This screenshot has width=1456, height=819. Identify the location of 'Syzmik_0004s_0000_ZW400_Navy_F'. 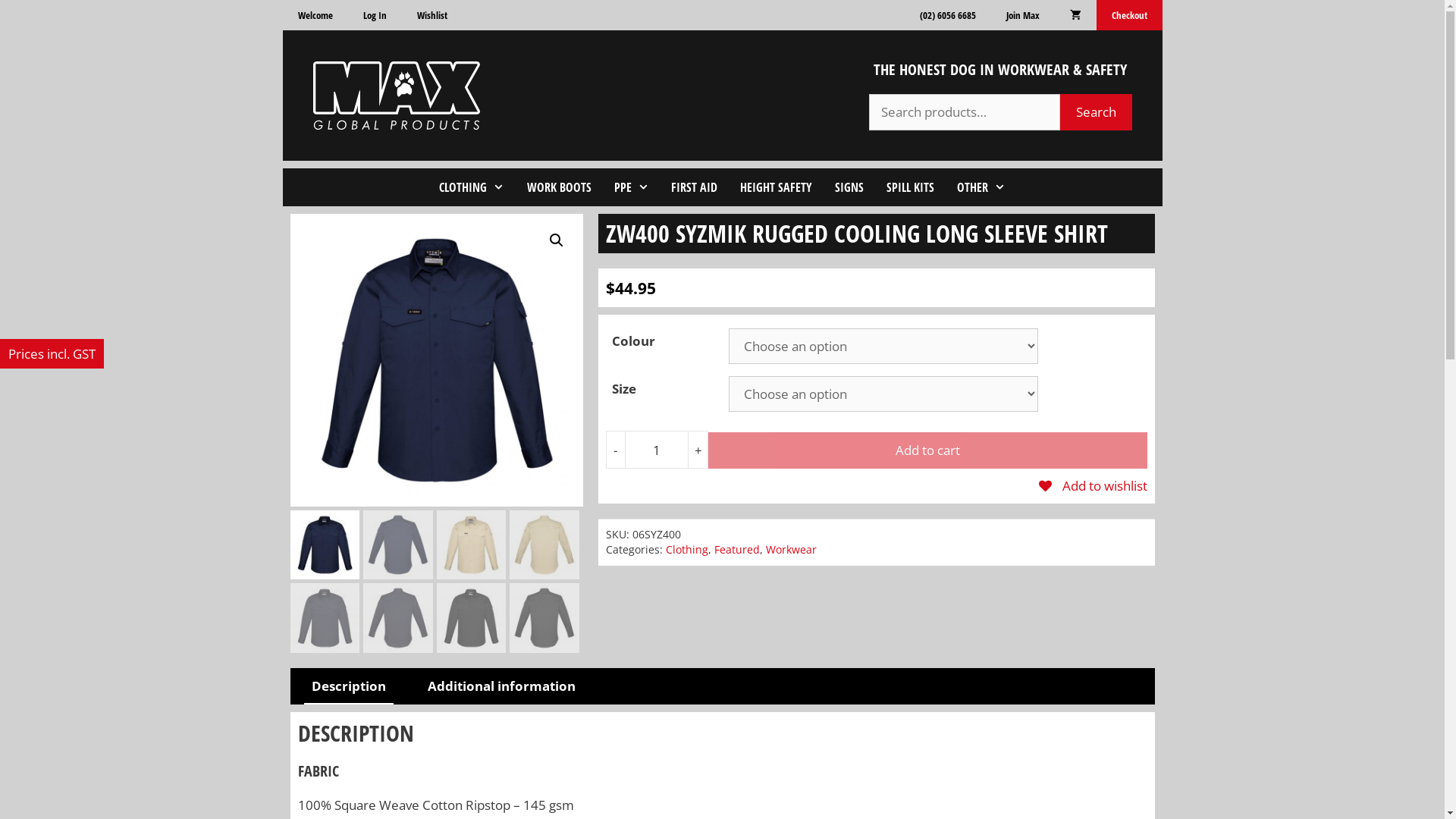
(435, 359).